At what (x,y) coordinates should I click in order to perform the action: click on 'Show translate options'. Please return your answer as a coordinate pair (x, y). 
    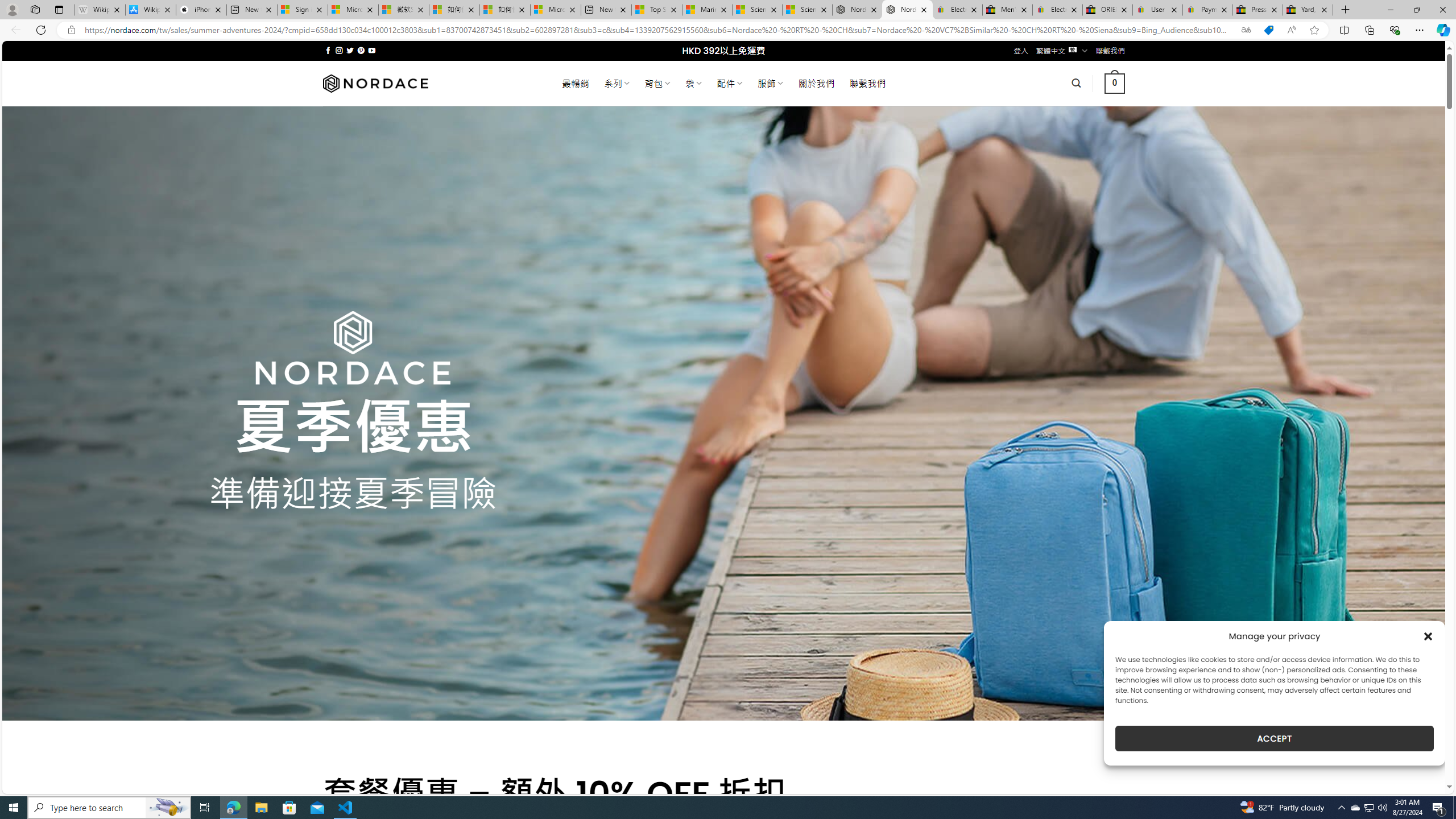
    Looking at the image, I should click on (1246, 30).